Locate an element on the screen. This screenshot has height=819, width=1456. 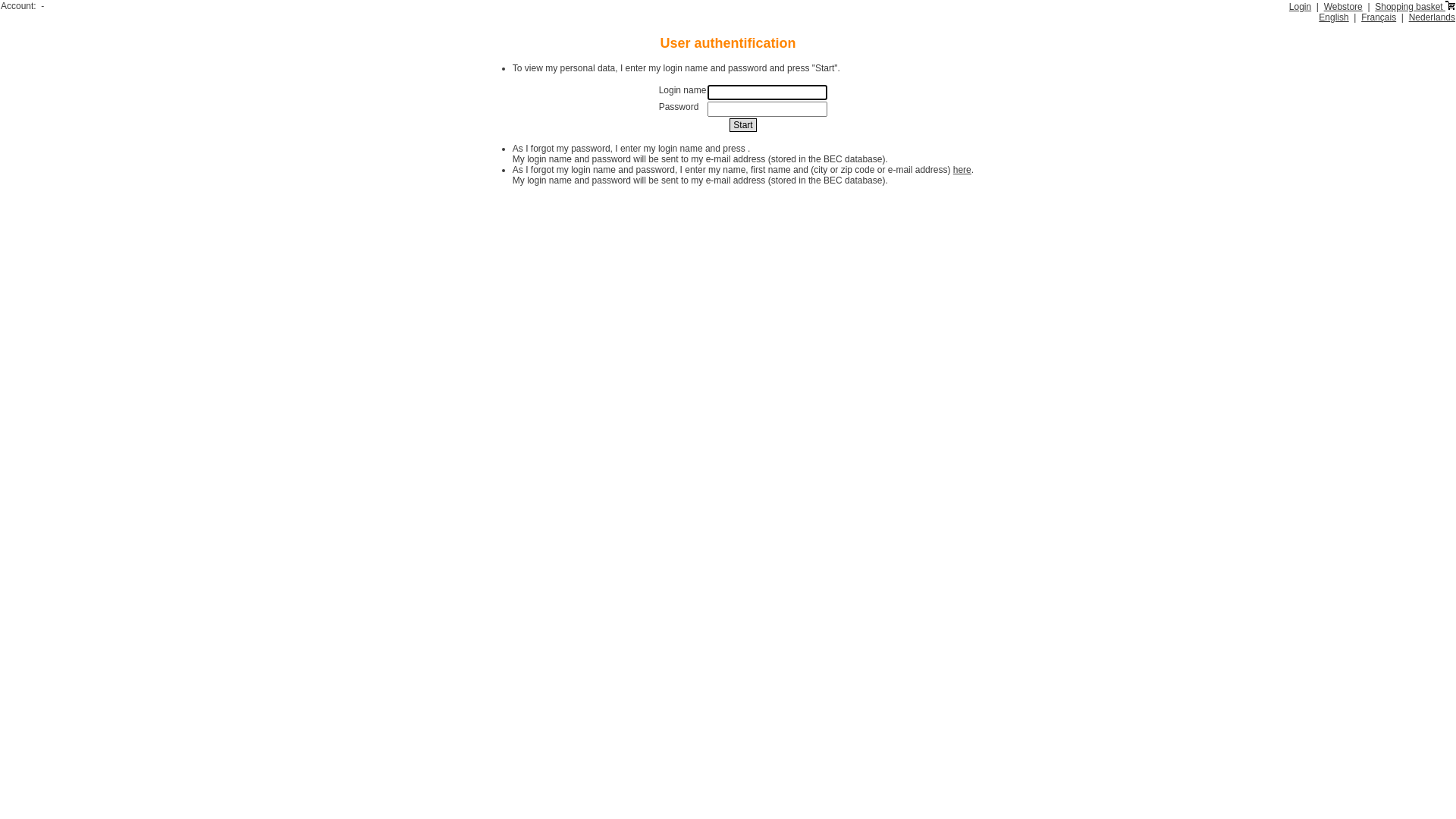
'Nederlands' is located at coordinates (1431, 17).